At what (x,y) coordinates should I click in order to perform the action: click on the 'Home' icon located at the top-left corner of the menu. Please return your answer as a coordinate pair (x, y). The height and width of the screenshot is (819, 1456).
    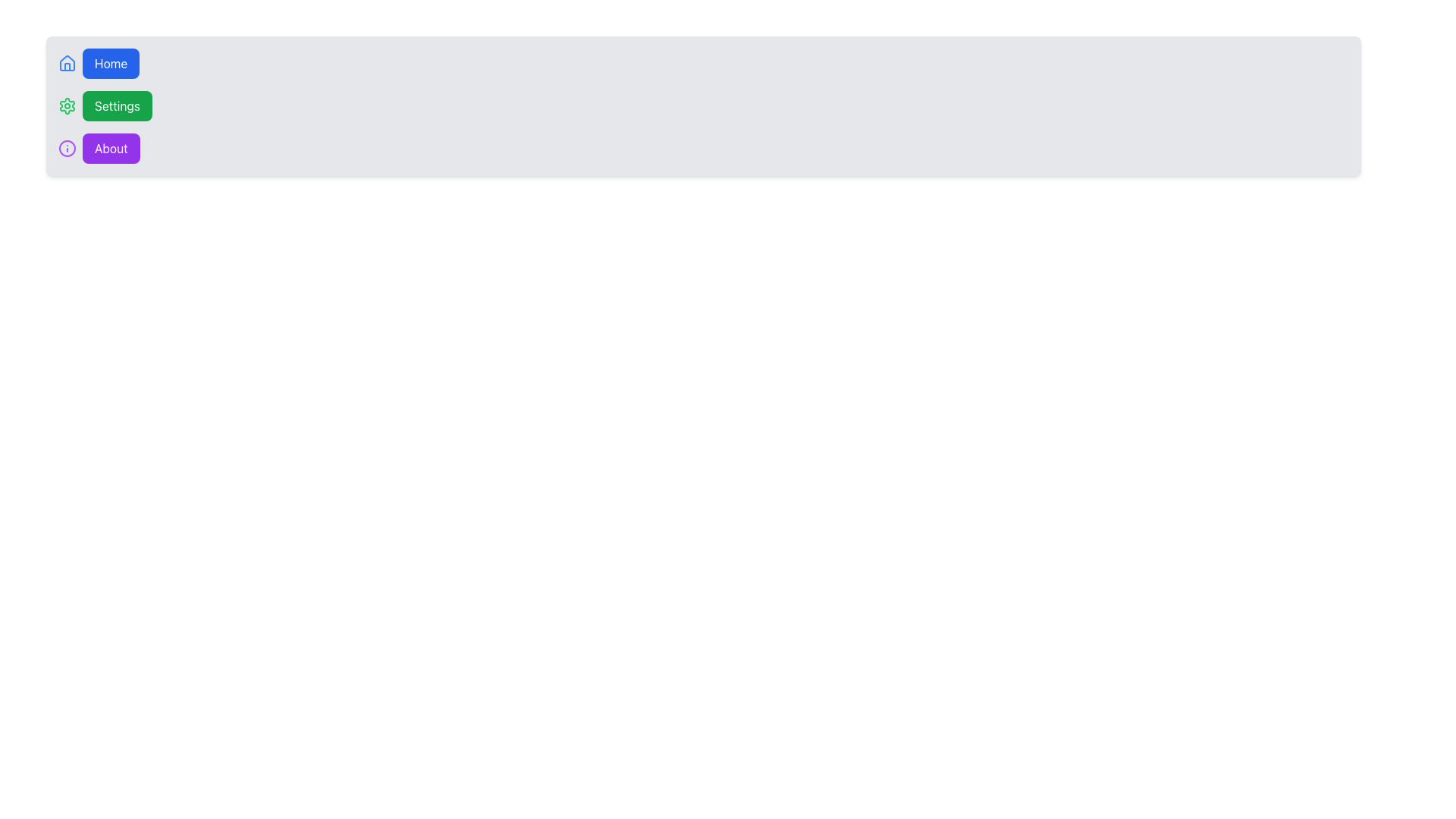
    Looking at the image, I should click on (67, 63).